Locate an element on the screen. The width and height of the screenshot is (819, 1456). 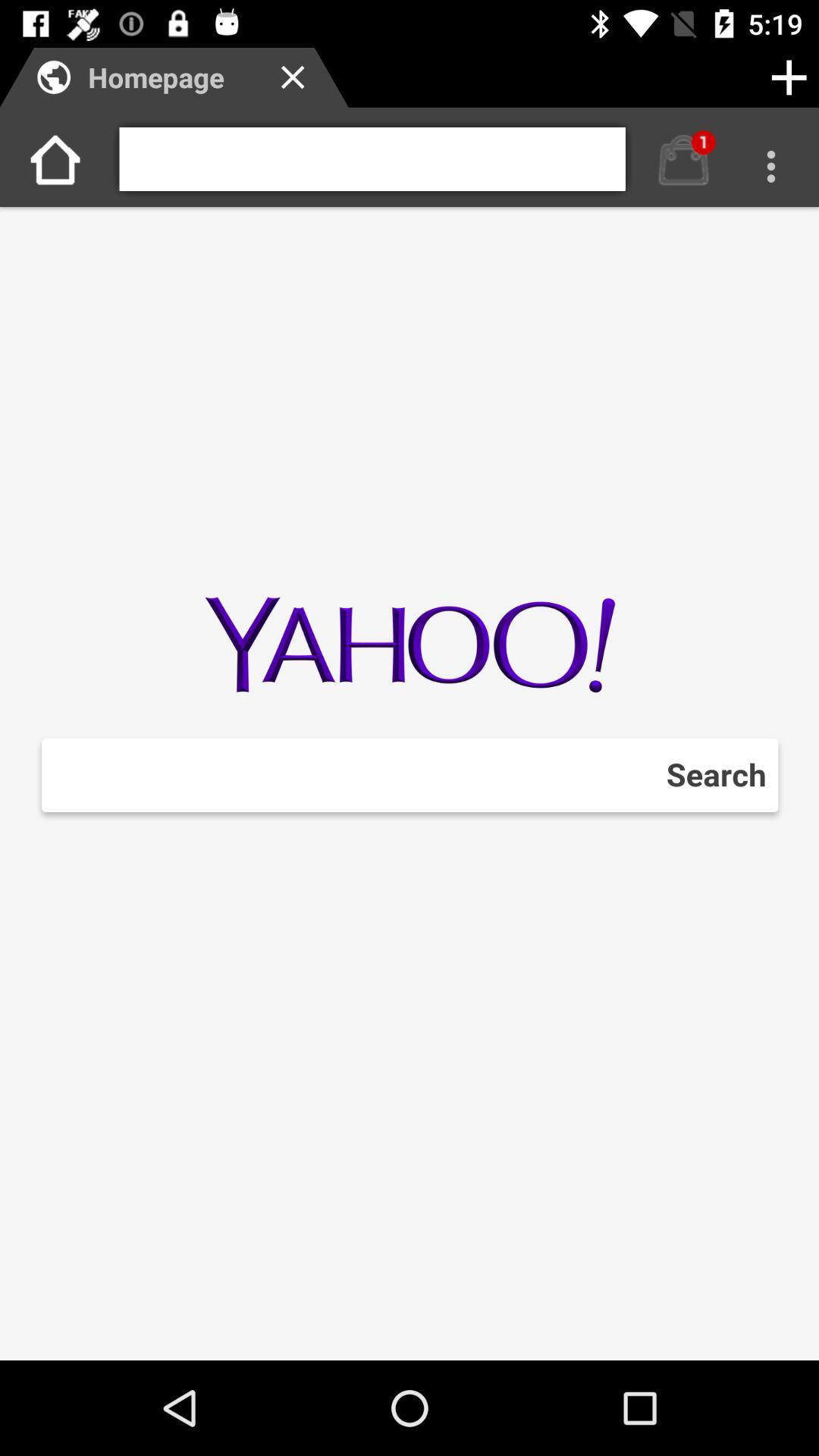
new tab is located at coordinates (788, 77).